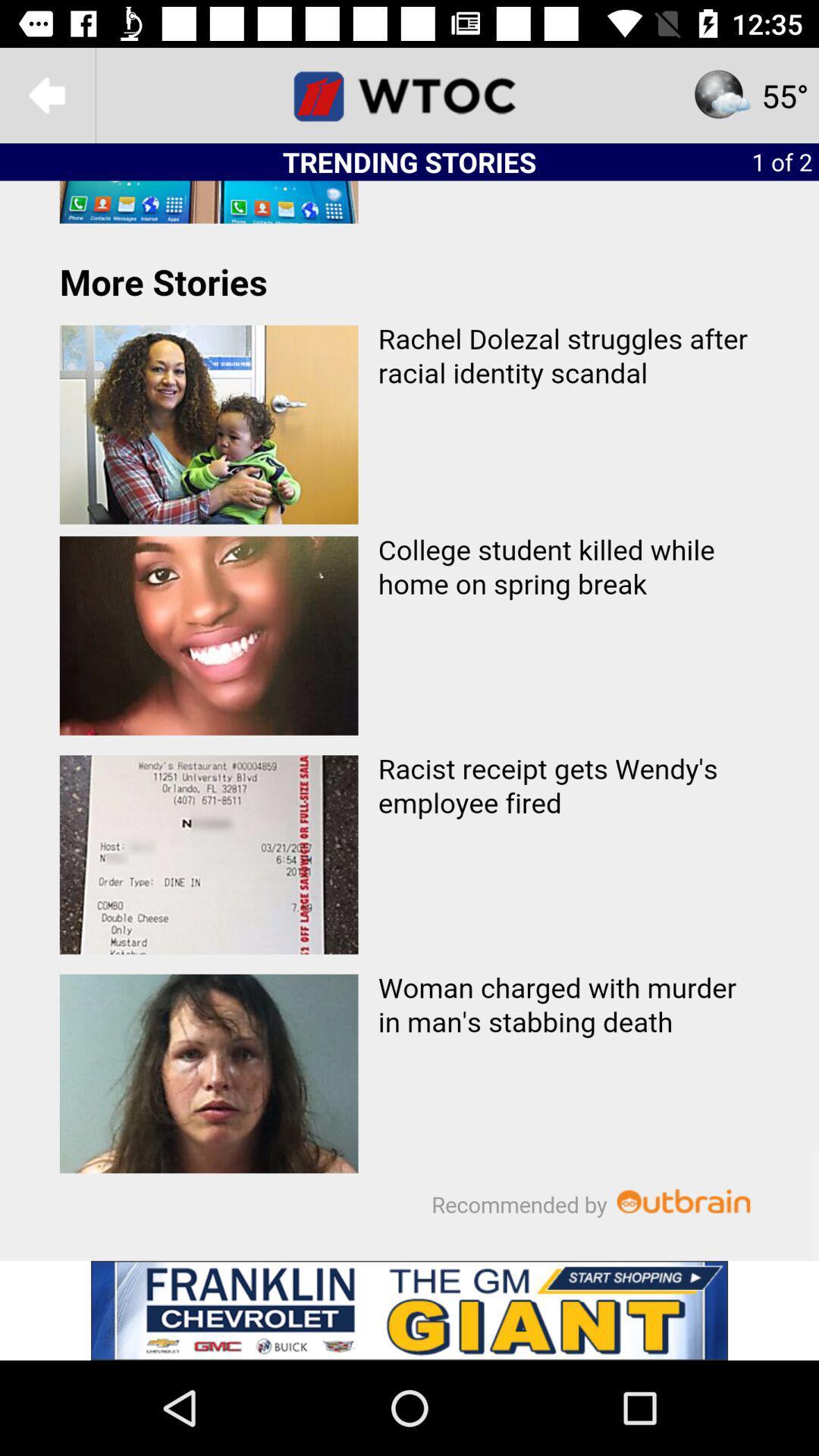 The image size is (819, 1456). Describe the element at coordinates (409, 94) in the screenshot. I see `wtoc homepage` at that location.